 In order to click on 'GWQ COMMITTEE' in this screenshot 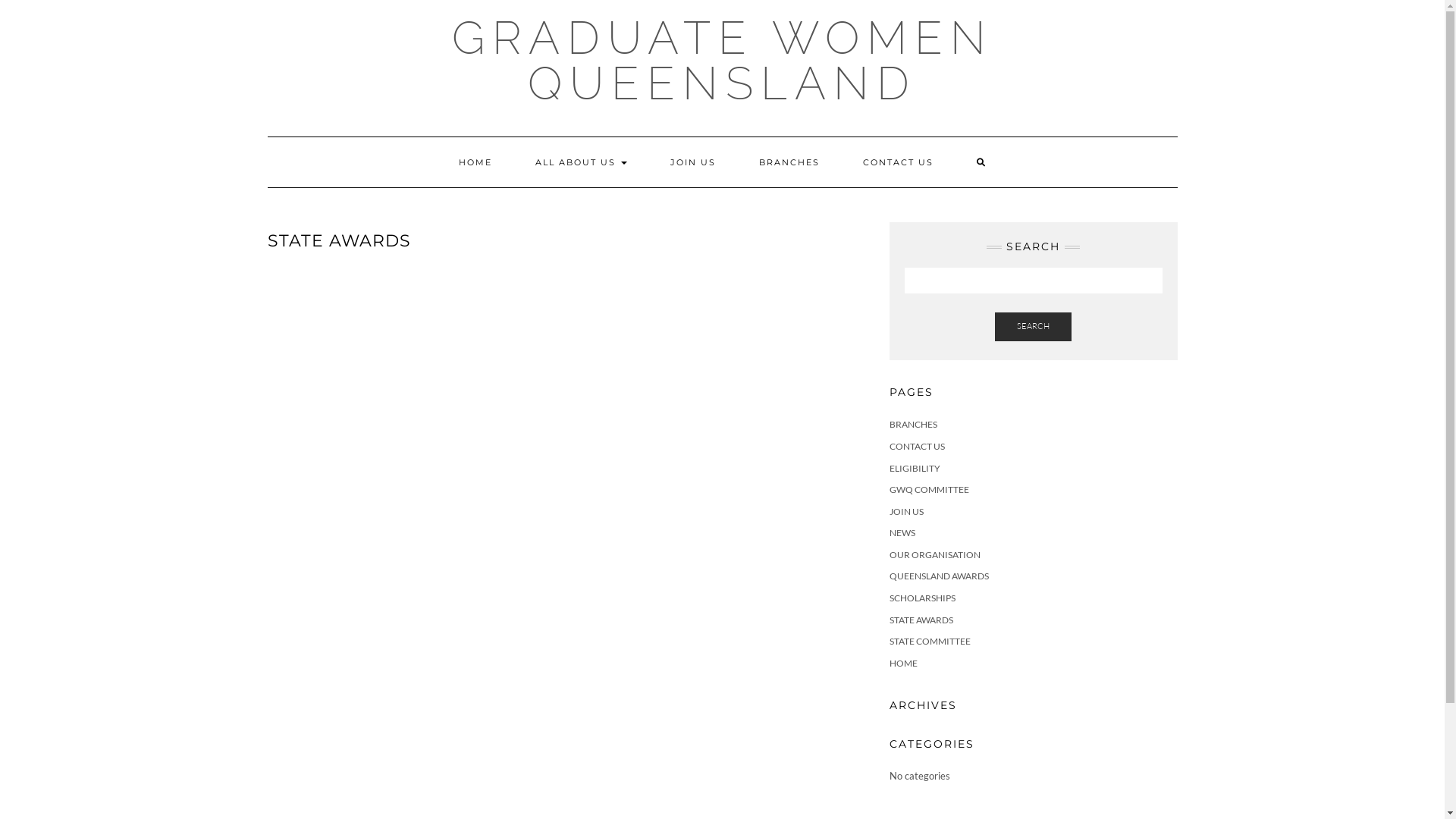, I will do `click(927, 489)`.